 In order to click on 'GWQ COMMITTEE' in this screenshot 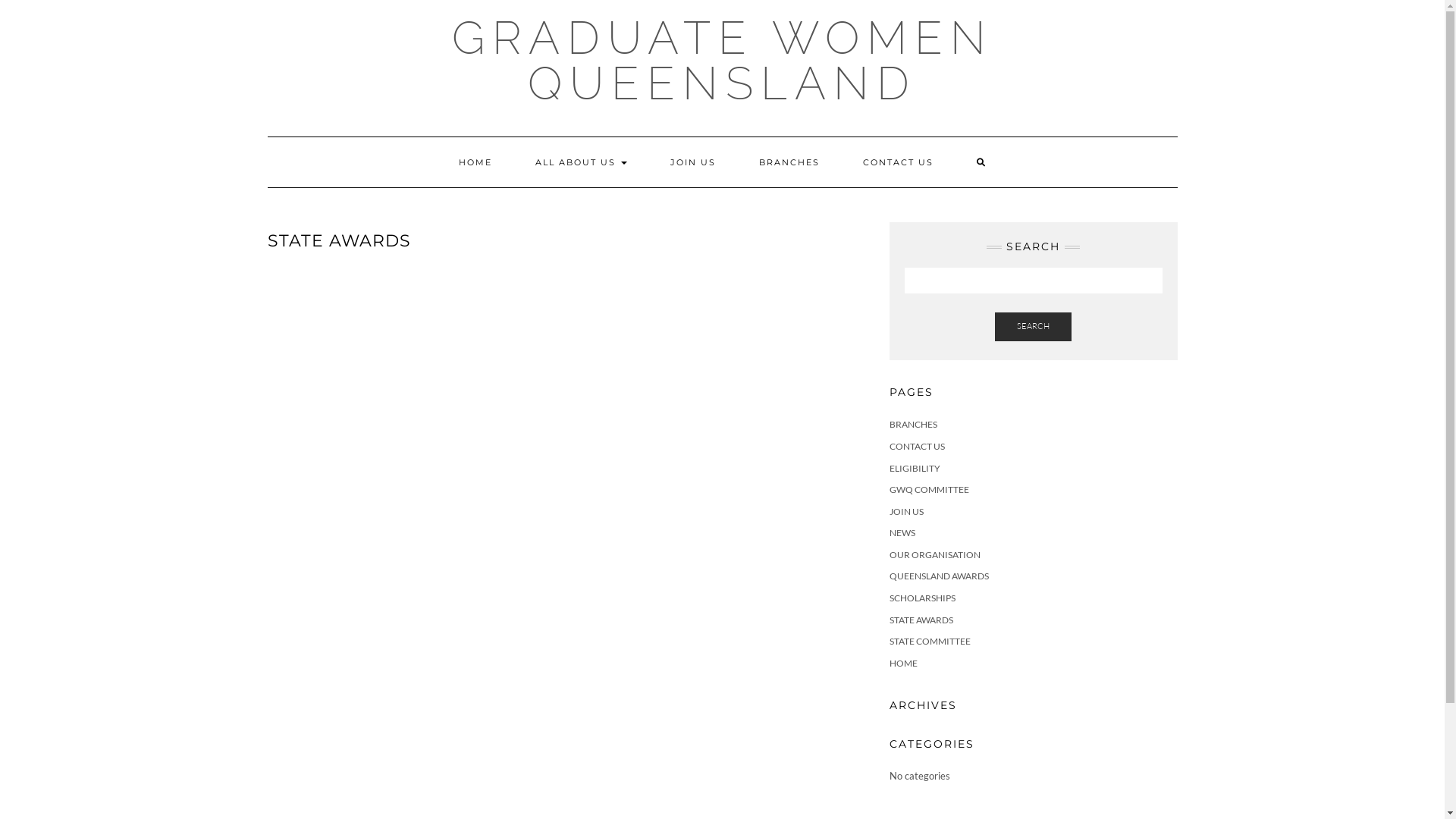, I will do `click(927, 489)`.